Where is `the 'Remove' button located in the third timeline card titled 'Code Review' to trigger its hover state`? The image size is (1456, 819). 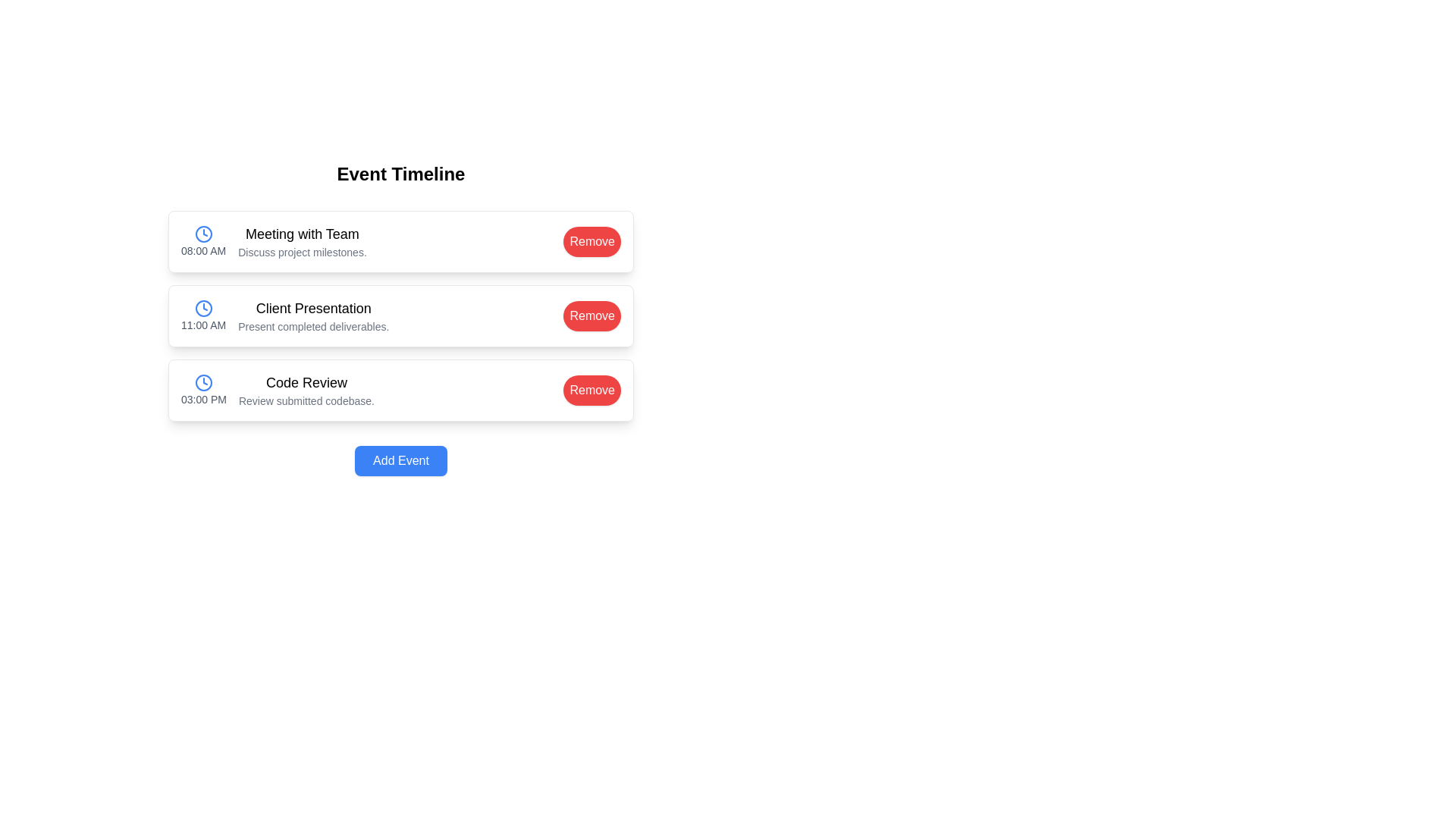
the 'Remove' button located in the third timeline card titled 'Code Review' to trigger its hover state is located at coordinates (591, 389).